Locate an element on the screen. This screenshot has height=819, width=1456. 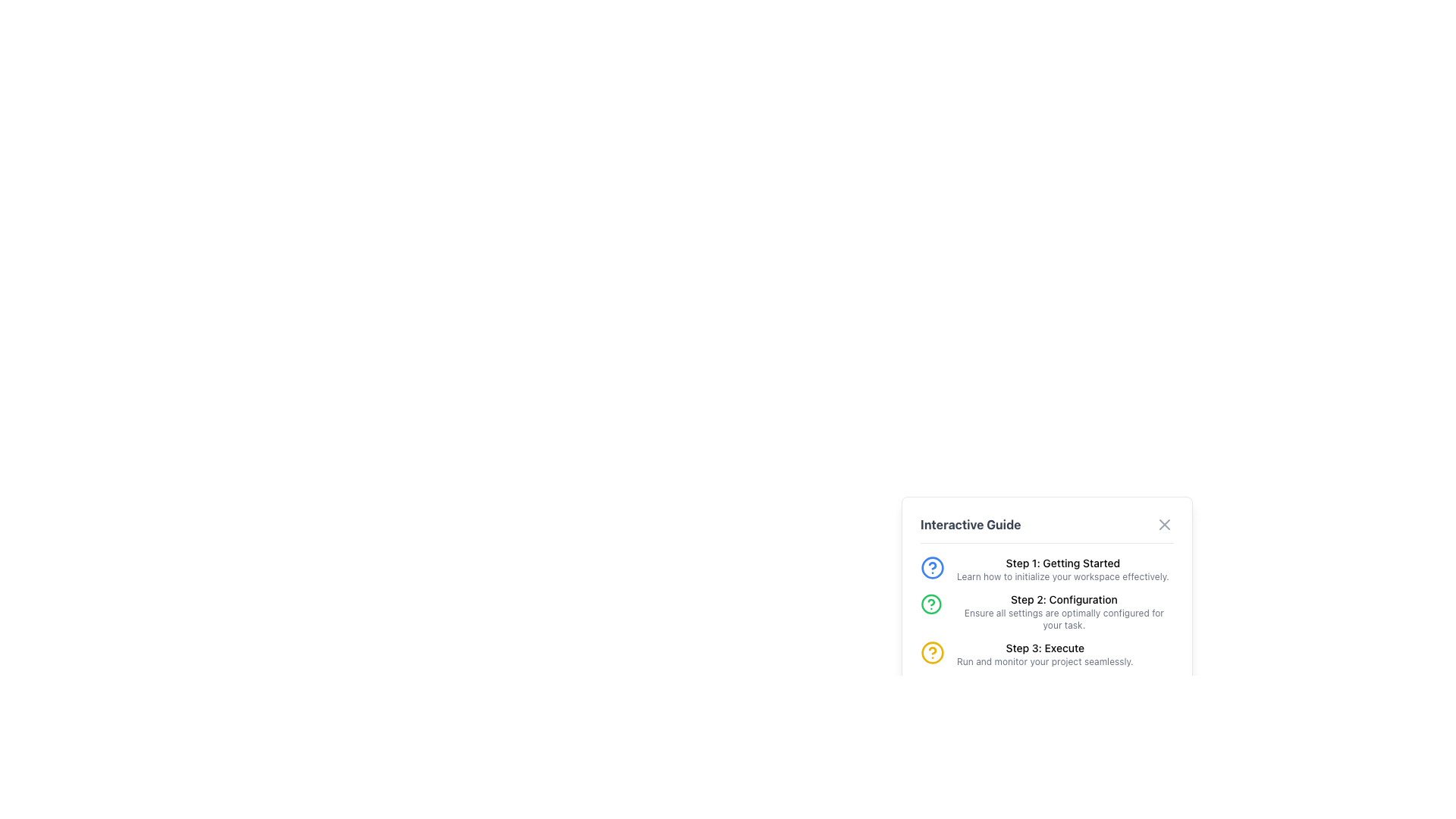
the text label displaying 'Run and monitor your project seamlessly.' located beneath the title 'Step 3: Execute' in the Interactive Guide panel is located at coordinates (1044, 661).